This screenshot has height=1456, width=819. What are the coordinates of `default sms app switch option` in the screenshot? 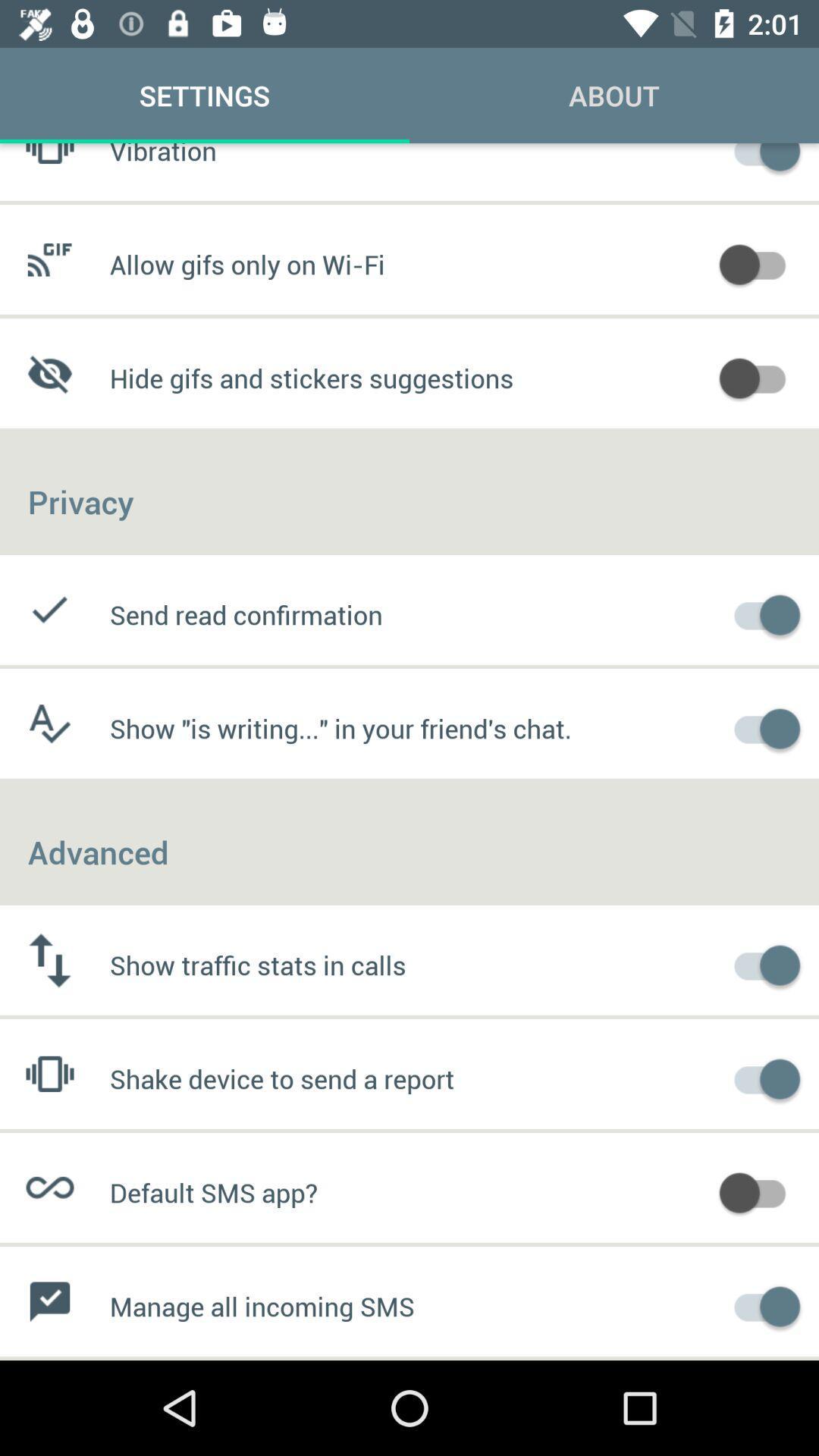 It's located at (760, 1190).